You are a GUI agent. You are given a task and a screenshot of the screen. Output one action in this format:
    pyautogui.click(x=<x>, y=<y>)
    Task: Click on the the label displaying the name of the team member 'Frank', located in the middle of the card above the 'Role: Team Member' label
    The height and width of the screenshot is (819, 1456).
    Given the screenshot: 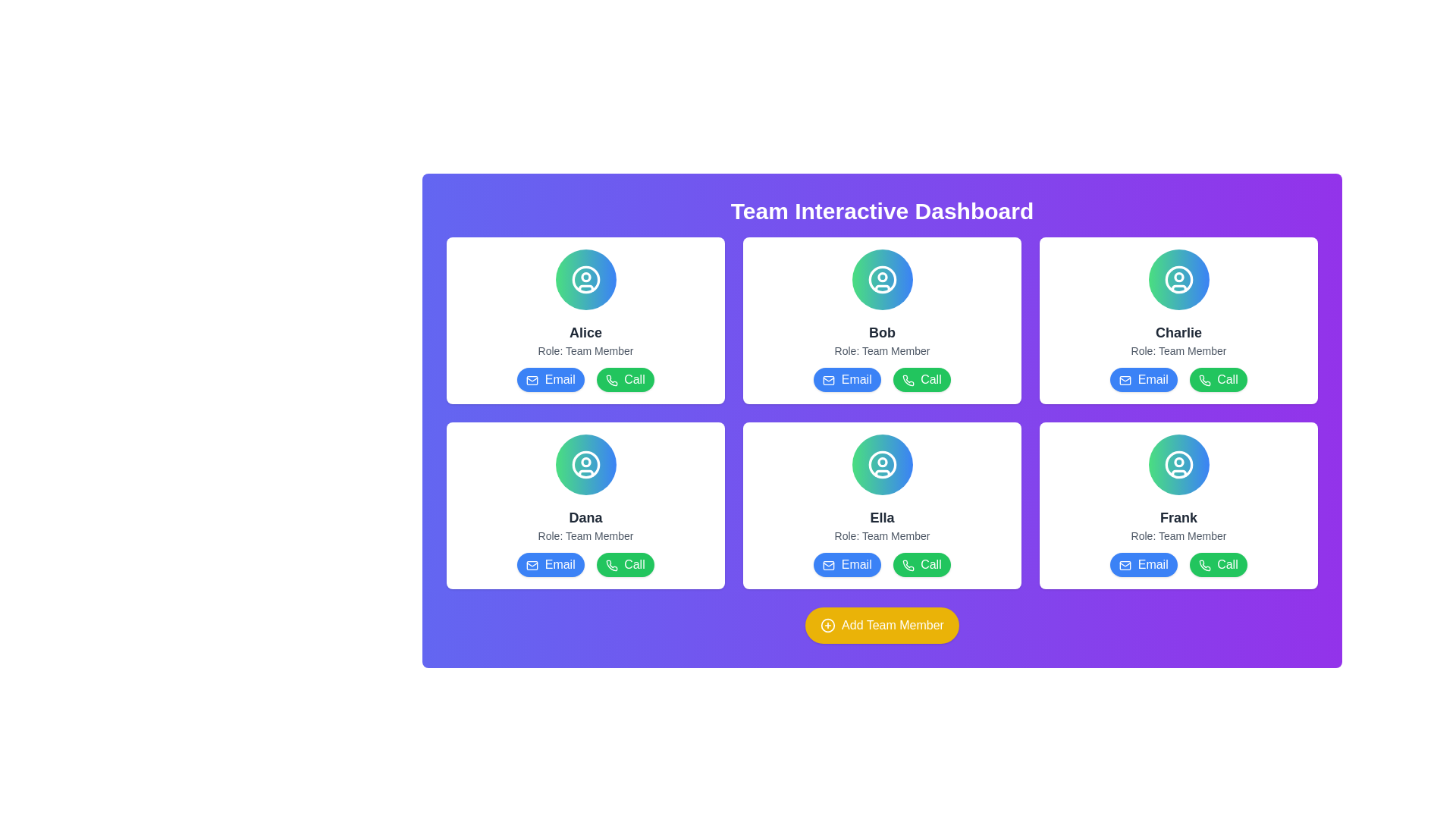 What is the action you would take?
    pyautogui.click(x=1178, y=516)
    